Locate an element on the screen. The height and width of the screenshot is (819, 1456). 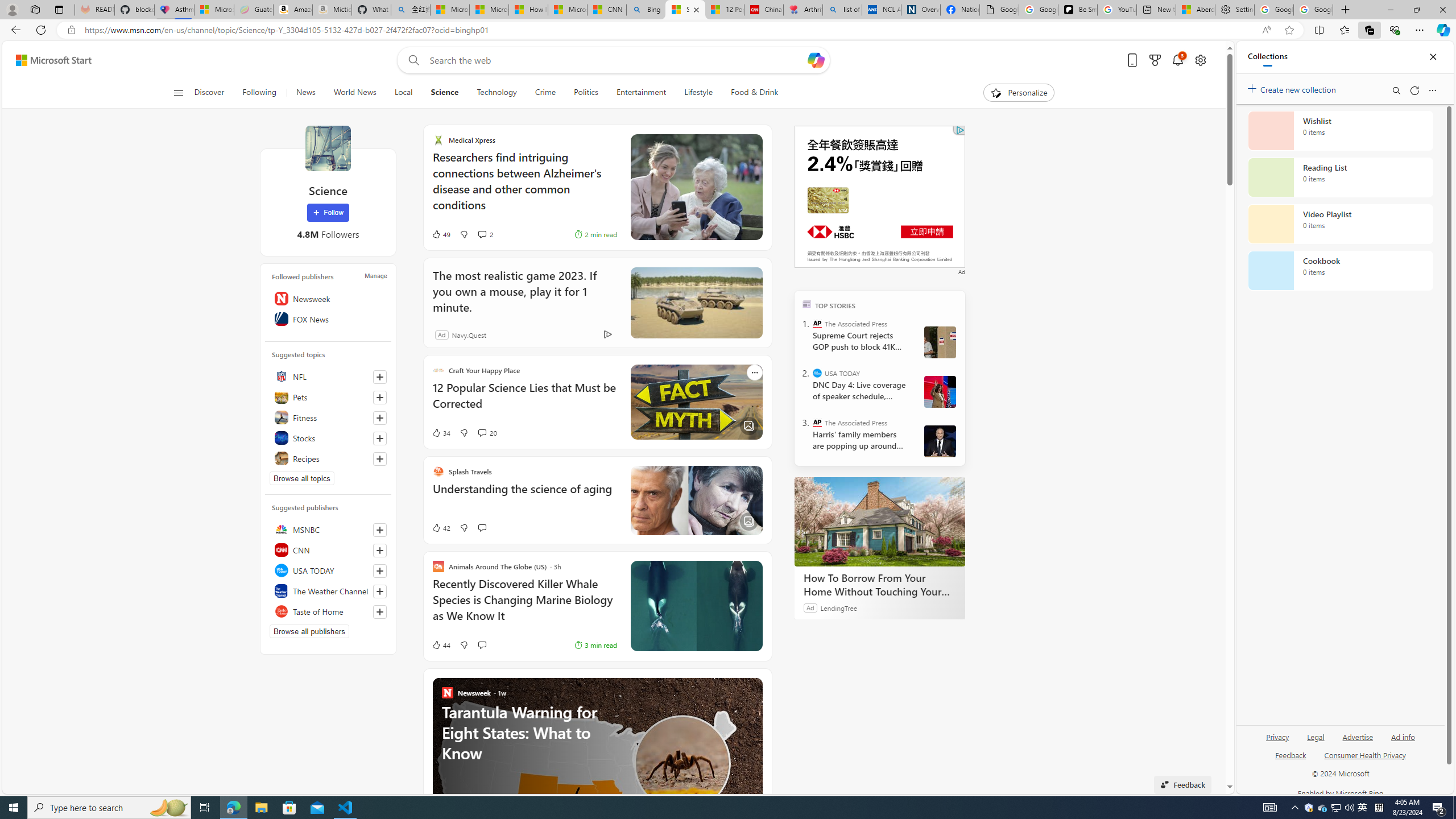
'Class: qc-adchoices-link top-right ' is located at coordinates (959, 129).